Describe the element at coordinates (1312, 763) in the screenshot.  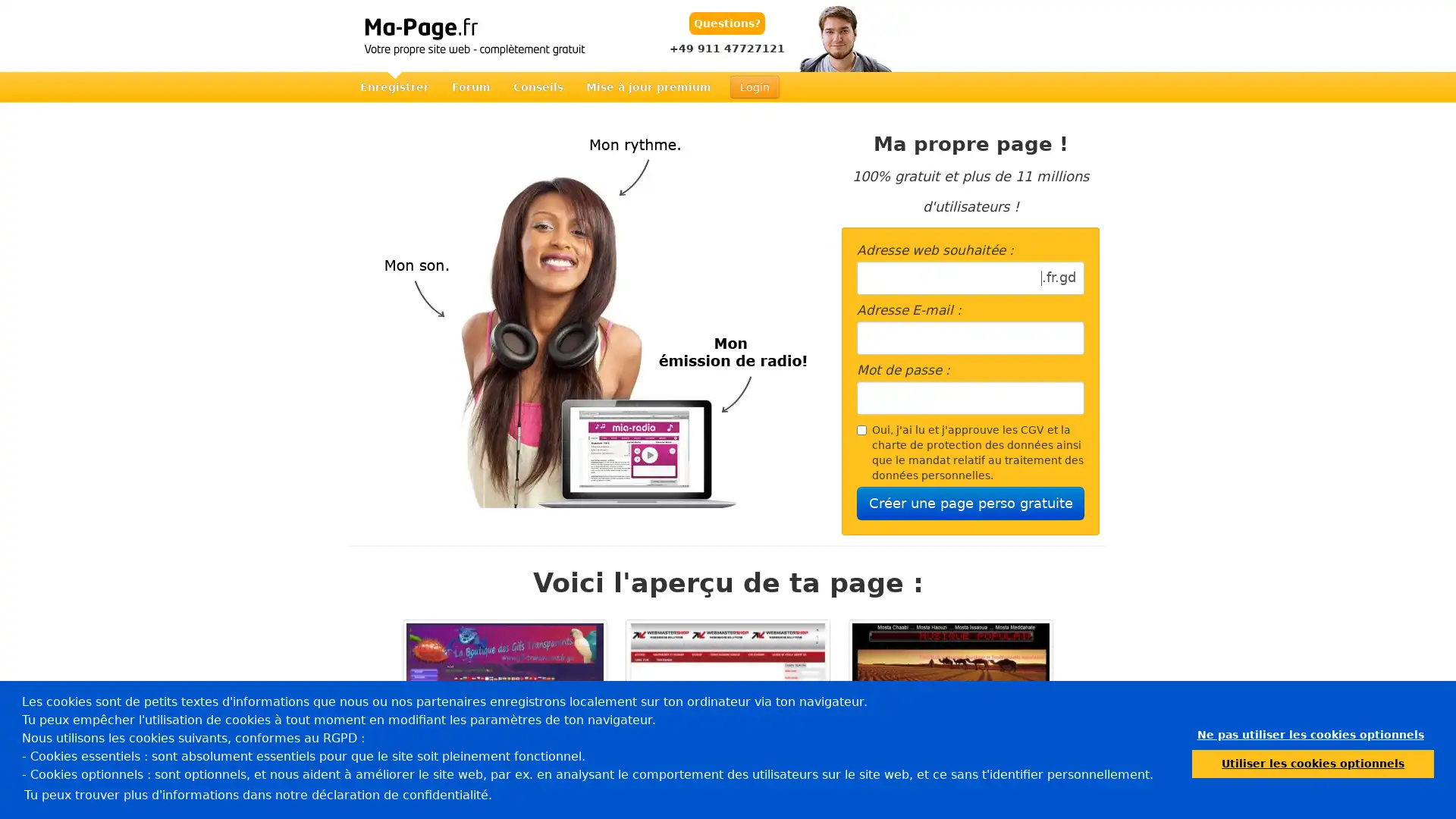
I see `allow cookies` at that location.